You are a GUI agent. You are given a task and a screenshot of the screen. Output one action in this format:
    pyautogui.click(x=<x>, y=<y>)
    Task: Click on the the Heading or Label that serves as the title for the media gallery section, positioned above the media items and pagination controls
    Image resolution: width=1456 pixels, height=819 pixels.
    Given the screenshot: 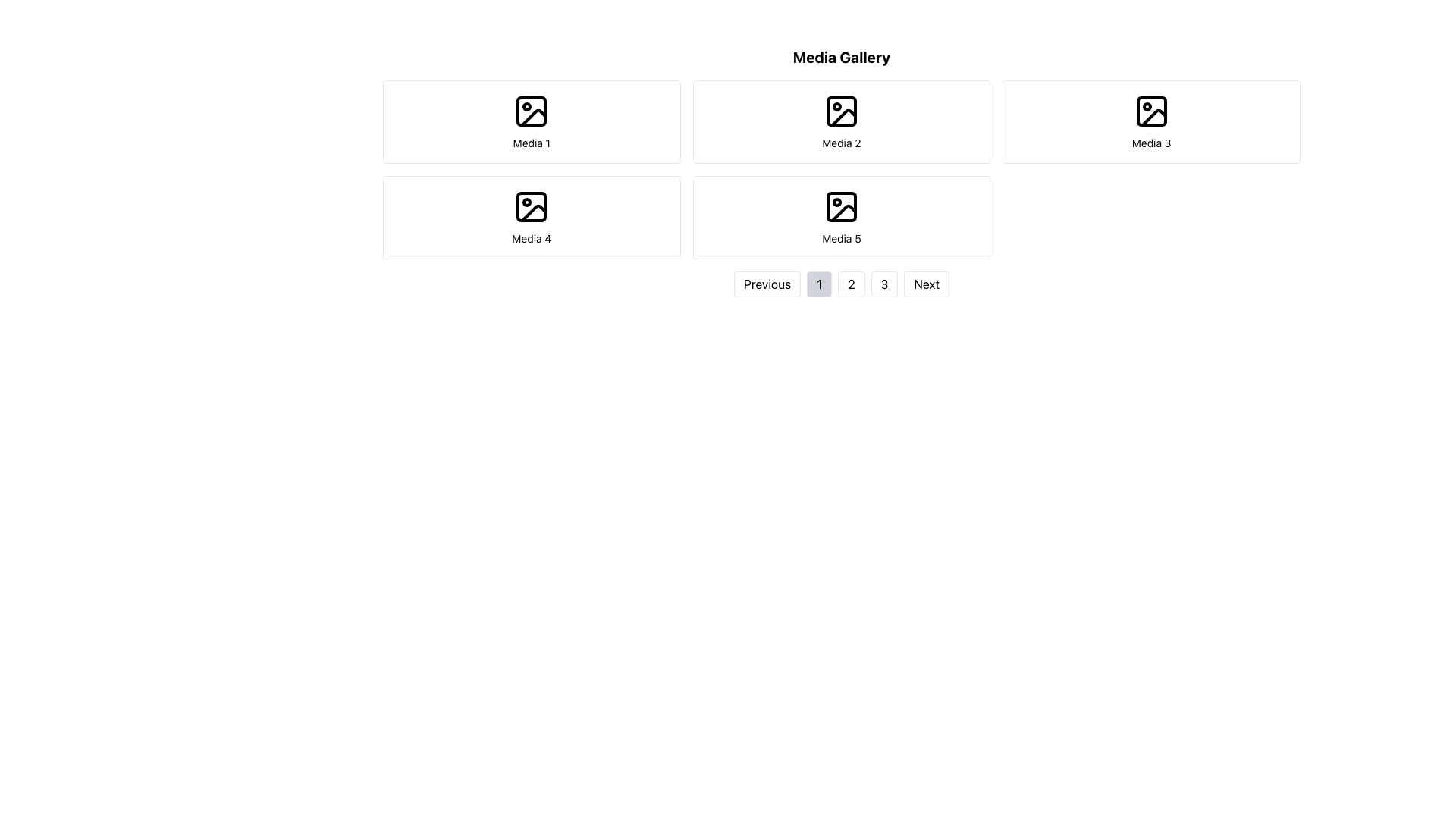 What is the action you would take?
    pyautogui.click(x=840, y=57)
    